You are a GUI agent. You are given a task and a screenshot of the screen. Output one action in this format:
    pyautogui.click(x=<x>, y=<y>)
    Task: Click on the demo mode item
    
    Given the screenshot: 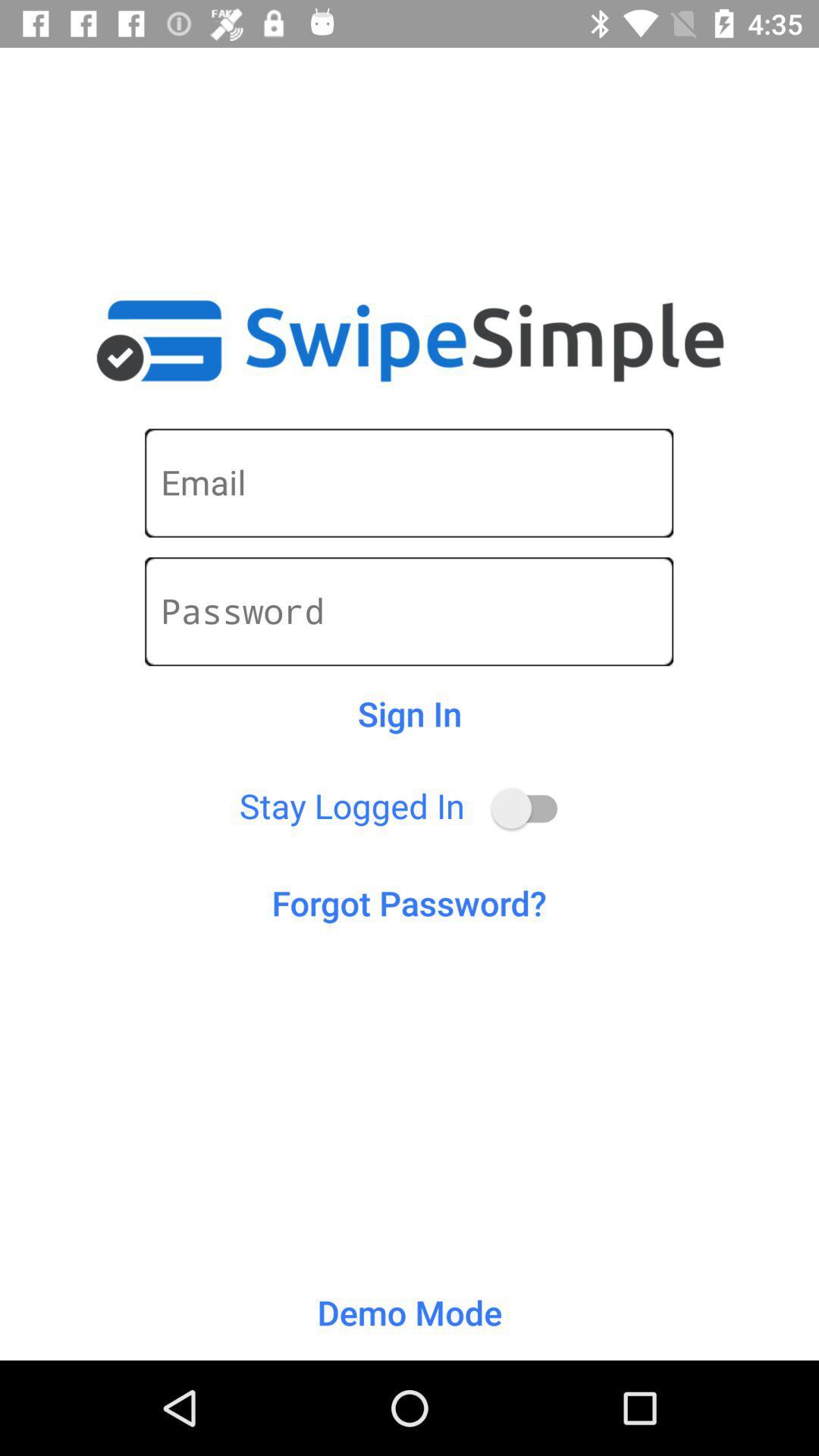 What is the action you would take?
    pyautogui.click(x=409, y=1312)
    